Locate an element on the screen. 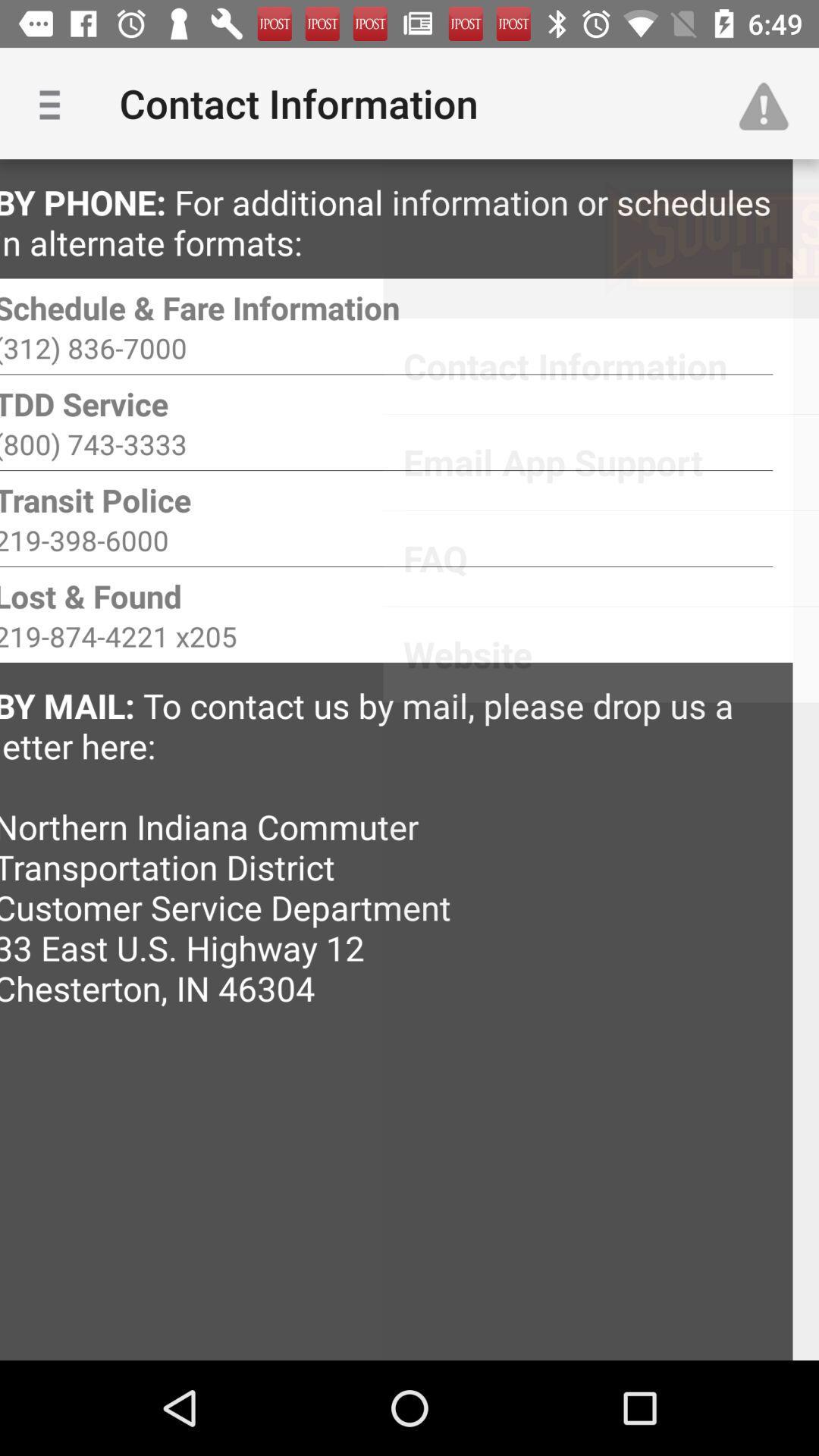 The image size is (819, 1456). item to the right of contact information is located at coordinates (771, 102).